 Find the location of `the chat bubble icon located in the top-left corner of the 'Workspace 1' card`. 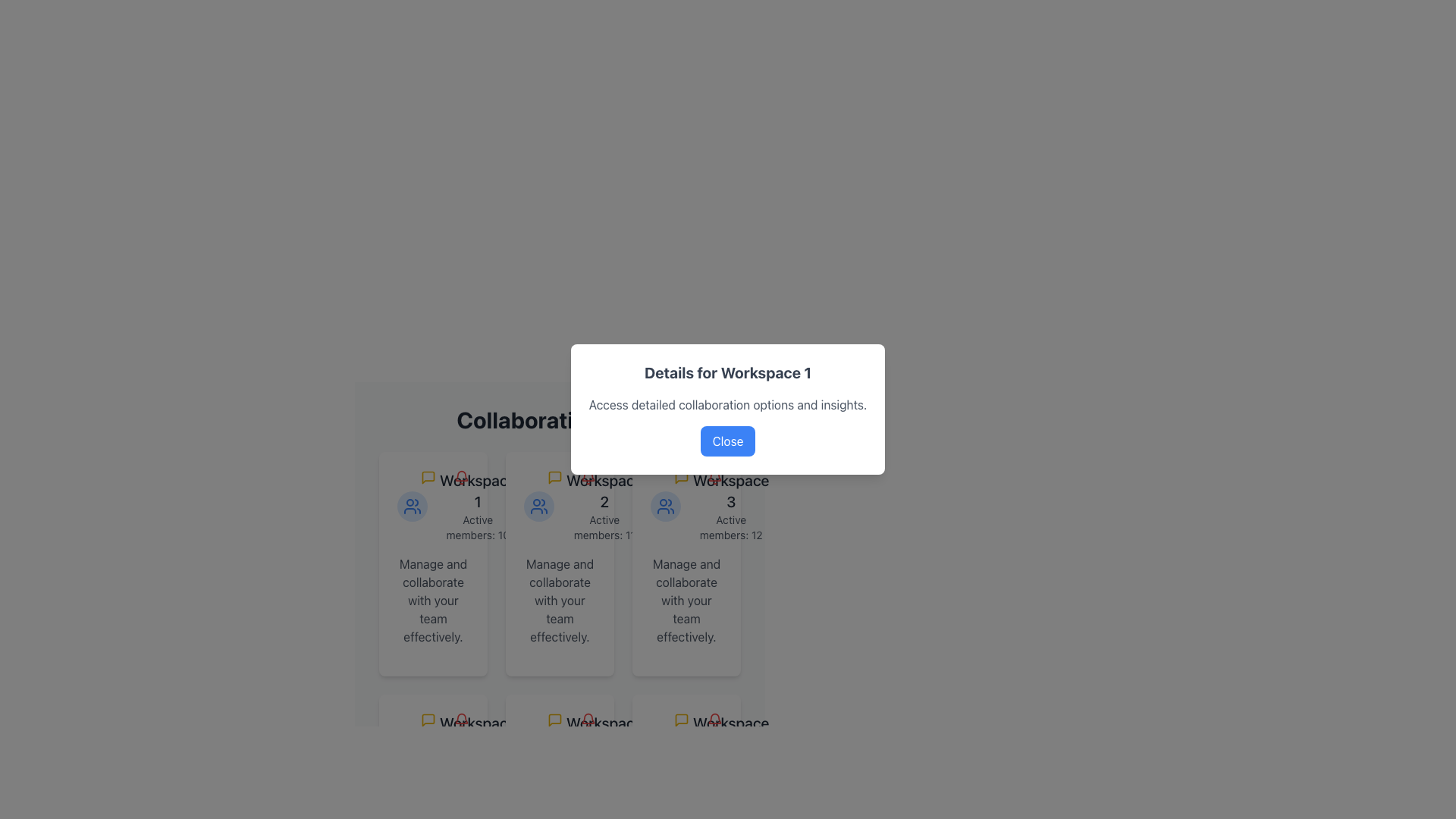

the chat bubble icon located in the top-left corner of the 'Workspace 1' card is located at coordinates (428, 476).